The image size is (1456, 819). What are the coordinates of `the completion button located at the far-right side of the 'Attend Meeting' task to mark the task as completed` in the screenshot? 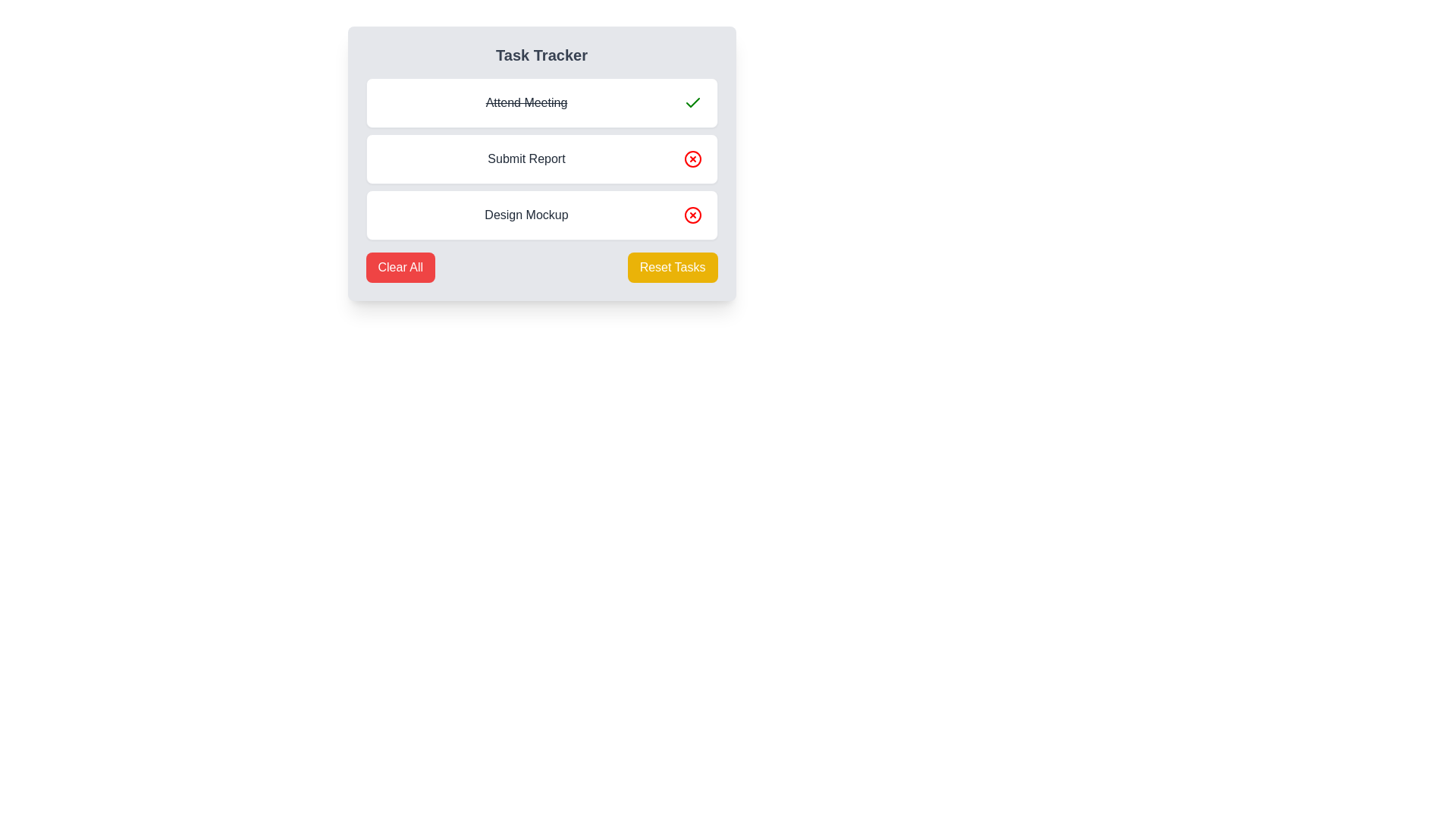 It's located at (692, 102).